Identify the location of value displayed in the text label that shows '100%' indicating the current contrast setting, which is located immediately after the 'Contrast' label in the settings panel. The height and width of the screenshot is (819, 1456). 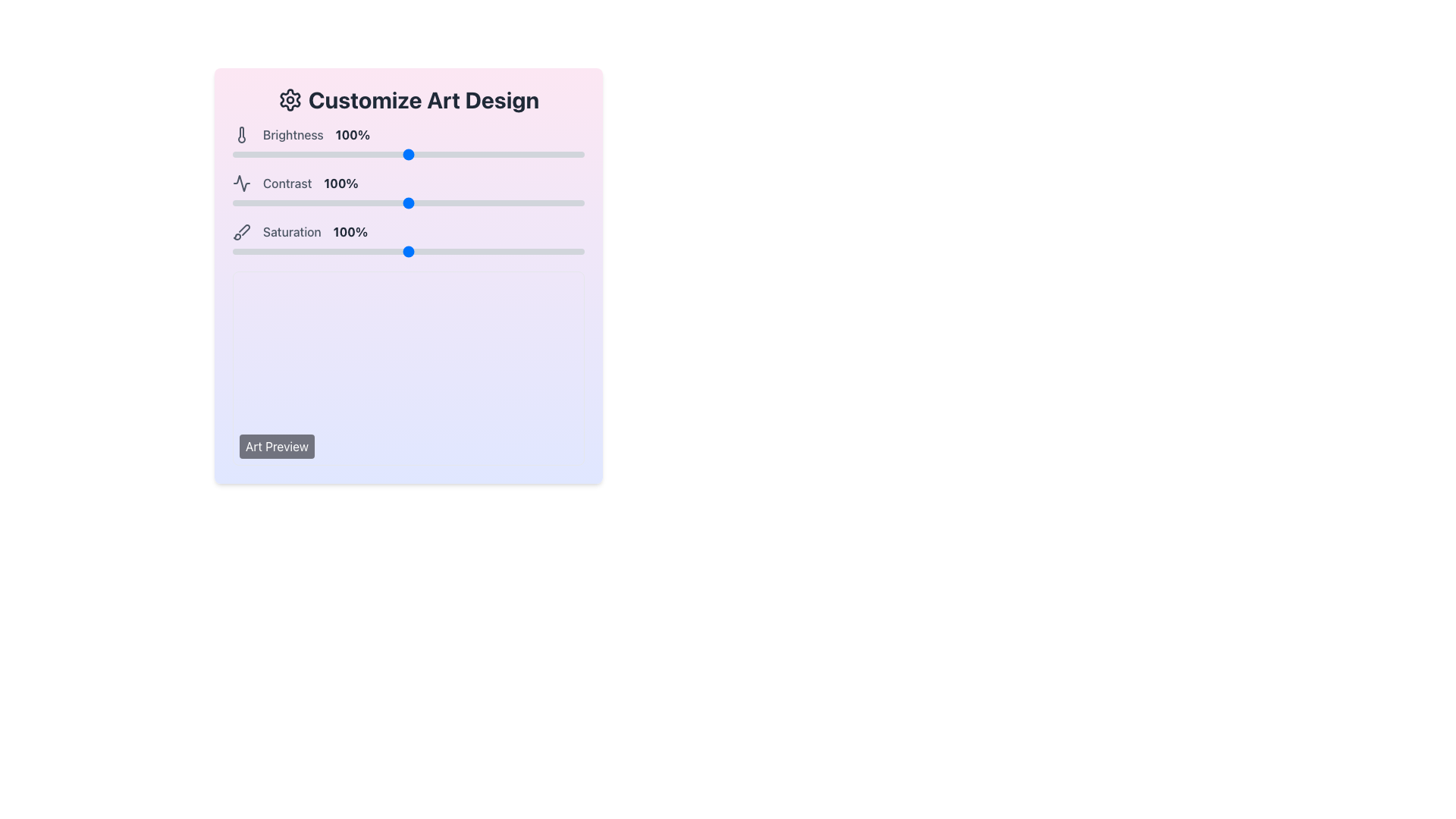
(340, 183).